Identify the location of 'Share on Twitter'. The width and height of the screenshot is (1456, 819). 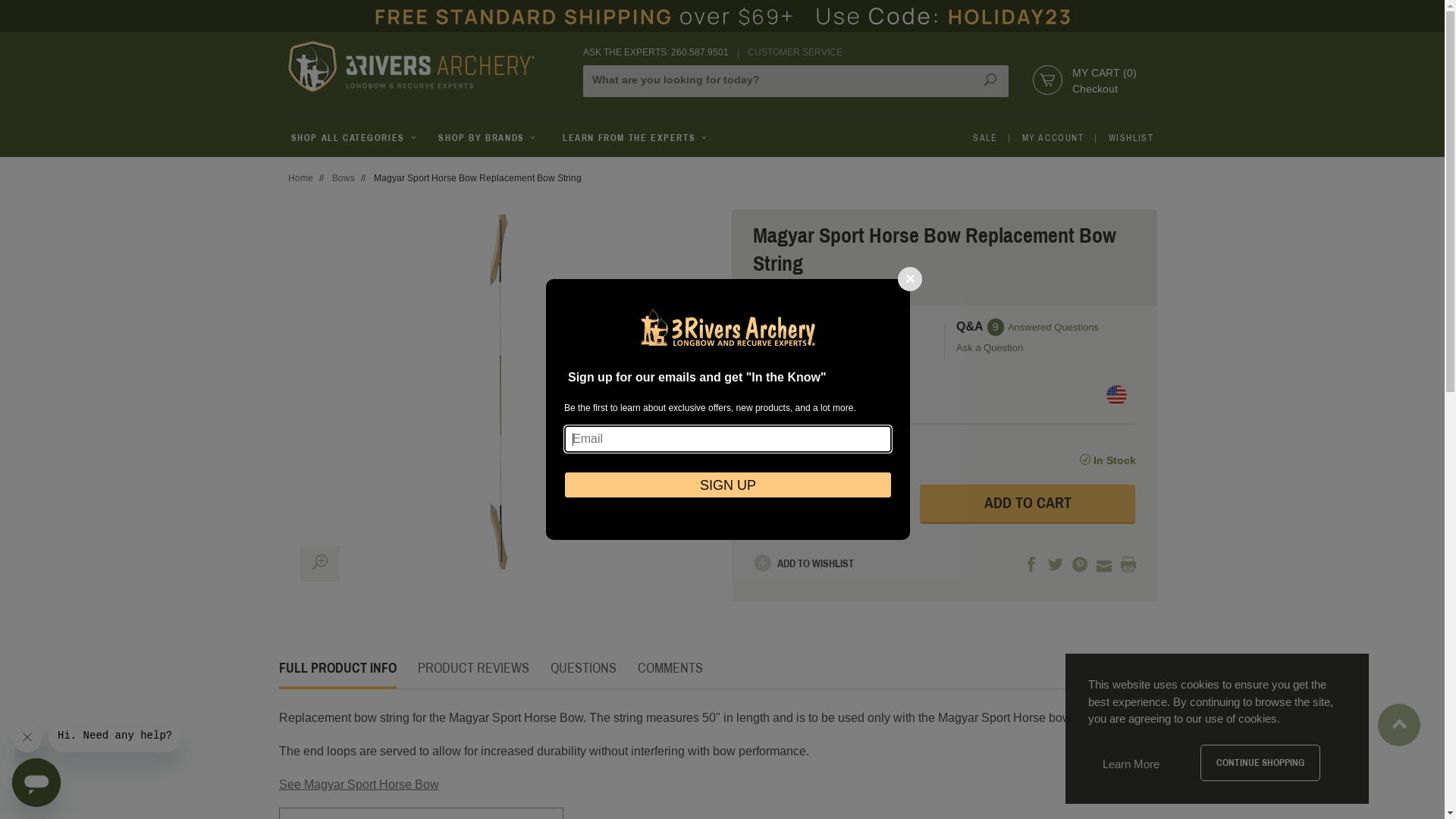
(1055, 565).